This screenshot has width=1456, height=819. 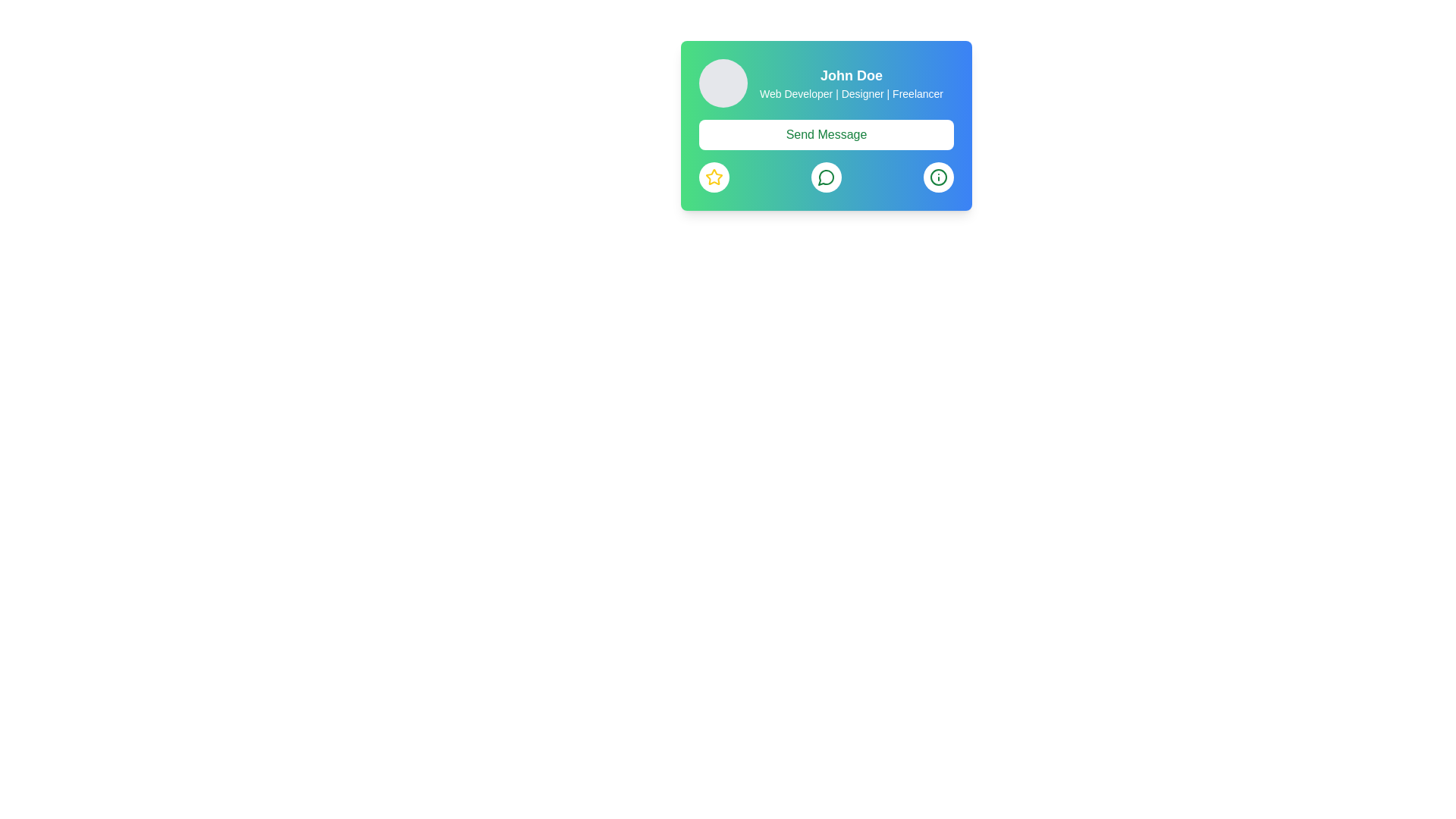 I want to click on the yellow star icon button, which is the first circular button at the bottom-left corner of the main card component, so click(x=713, y=177).